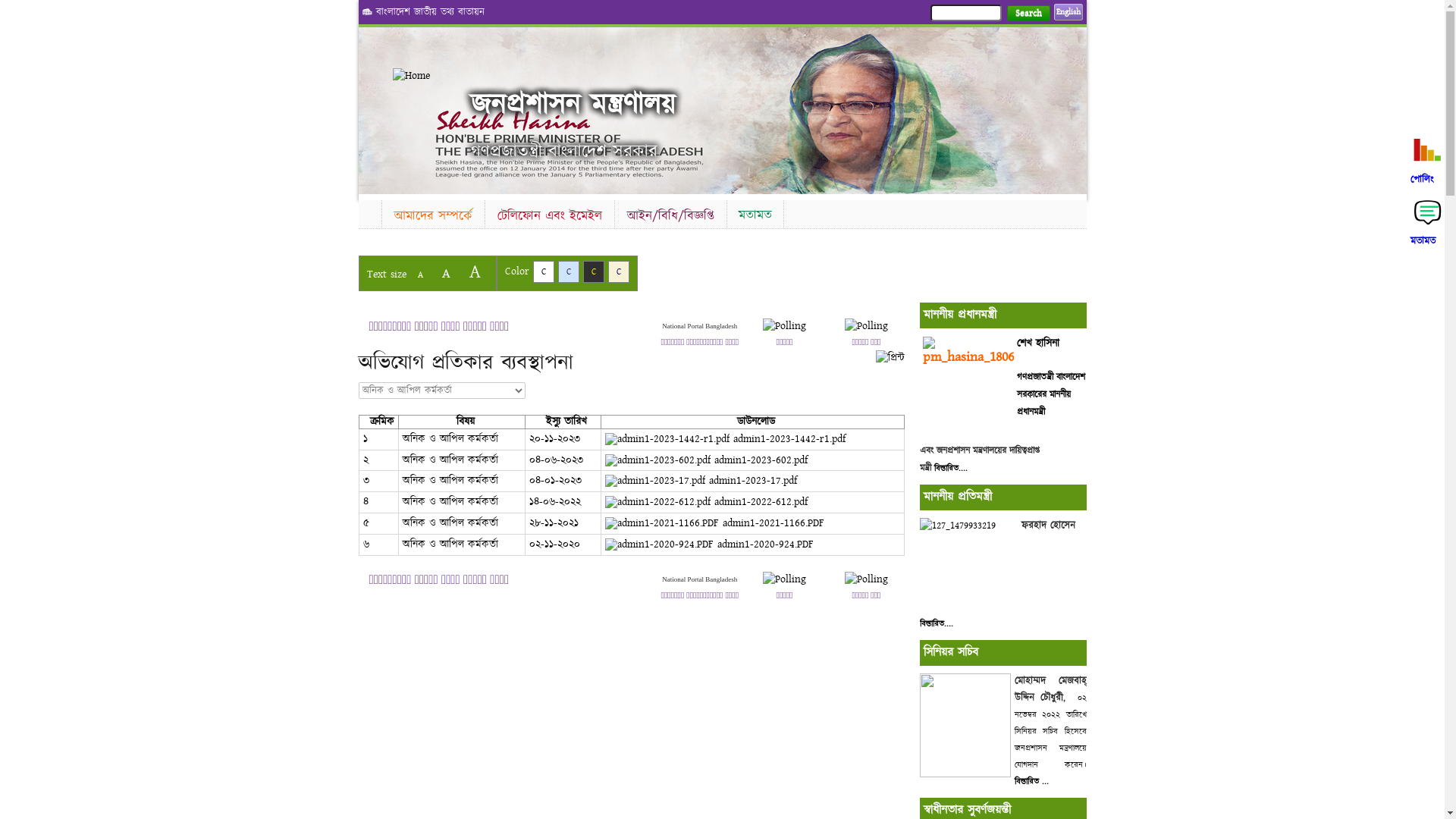 The image size is (1456, 819). I want to click on 'C', so click(542, 271).